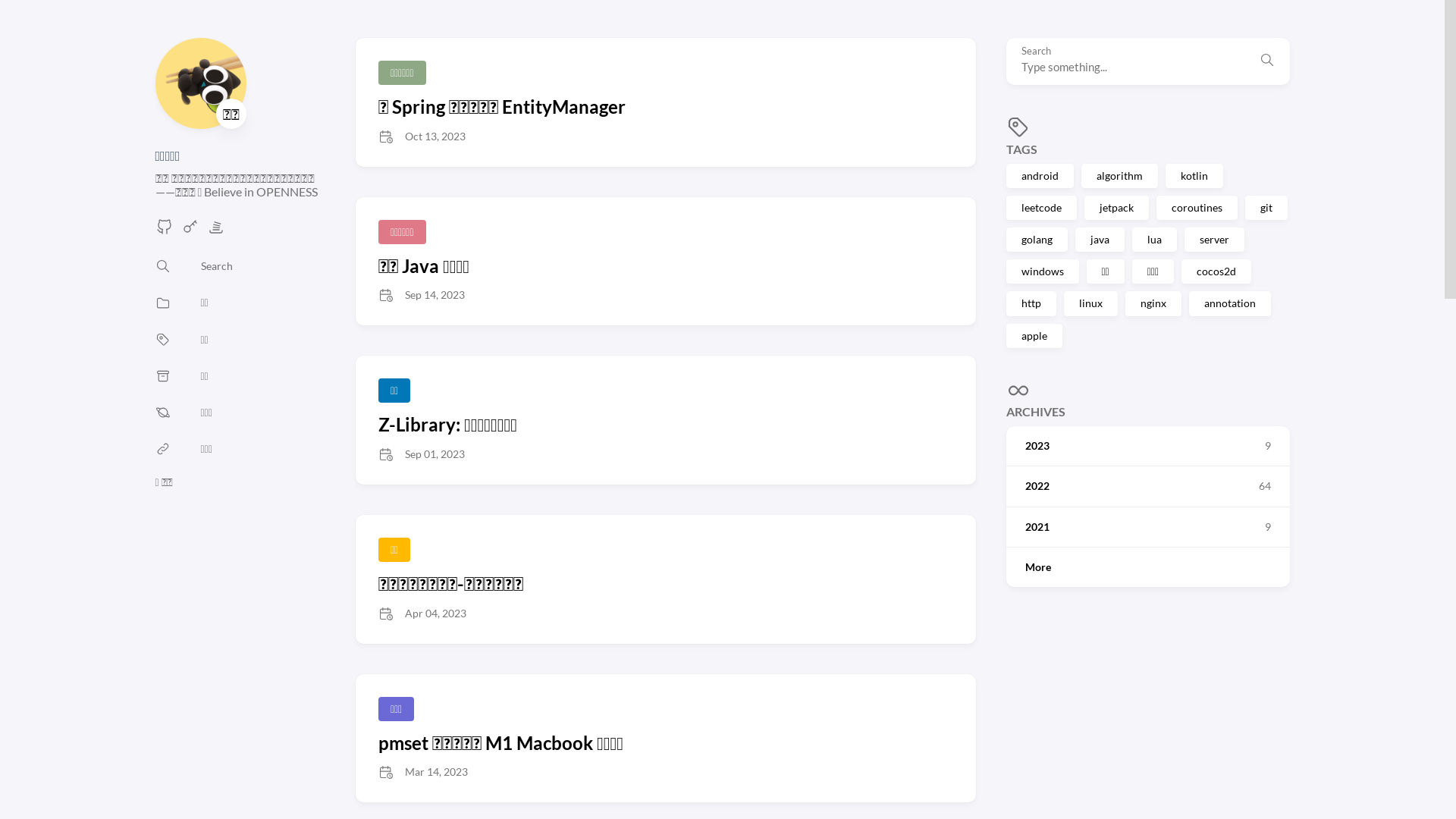  Describe the element at coordinates (1005, 271) in the screenshot. I see `'windows'` at that location.